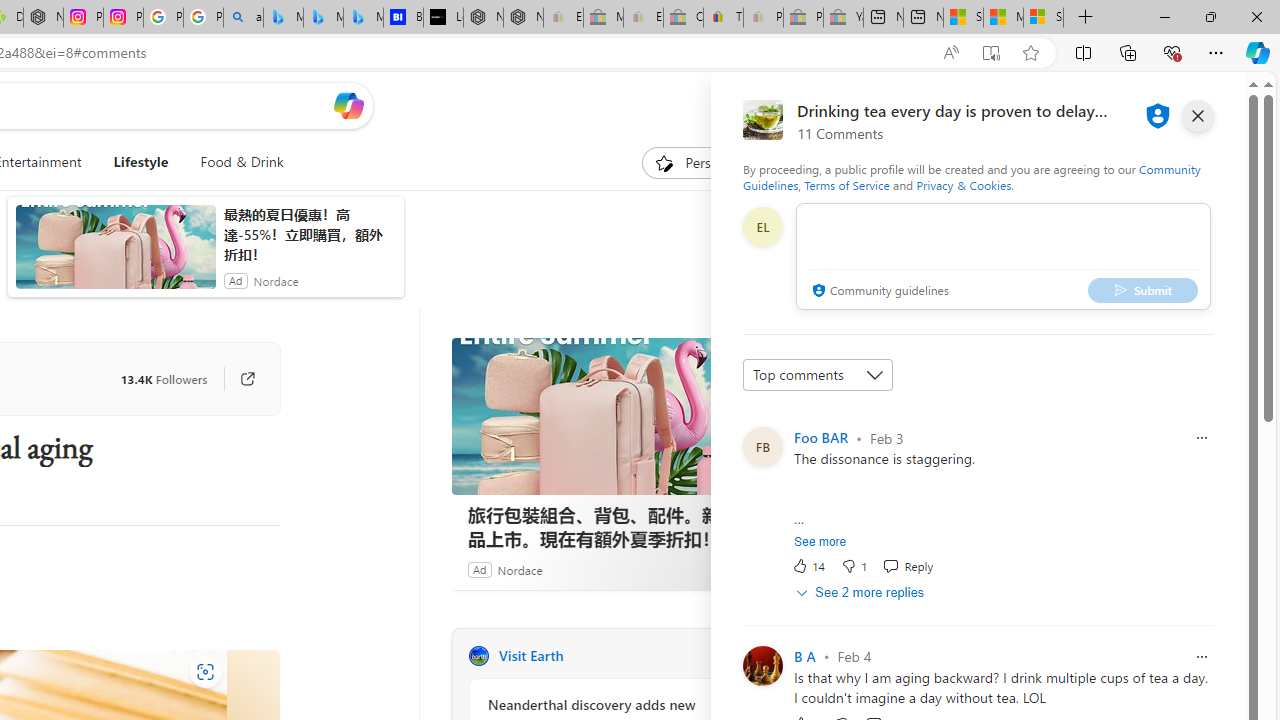 The height and width of the screenshot is (720, 1280). What do you see at coordinates (1143, 290) in the screenshot?
I see `'Submit'` at bounding box center [1143, 290].